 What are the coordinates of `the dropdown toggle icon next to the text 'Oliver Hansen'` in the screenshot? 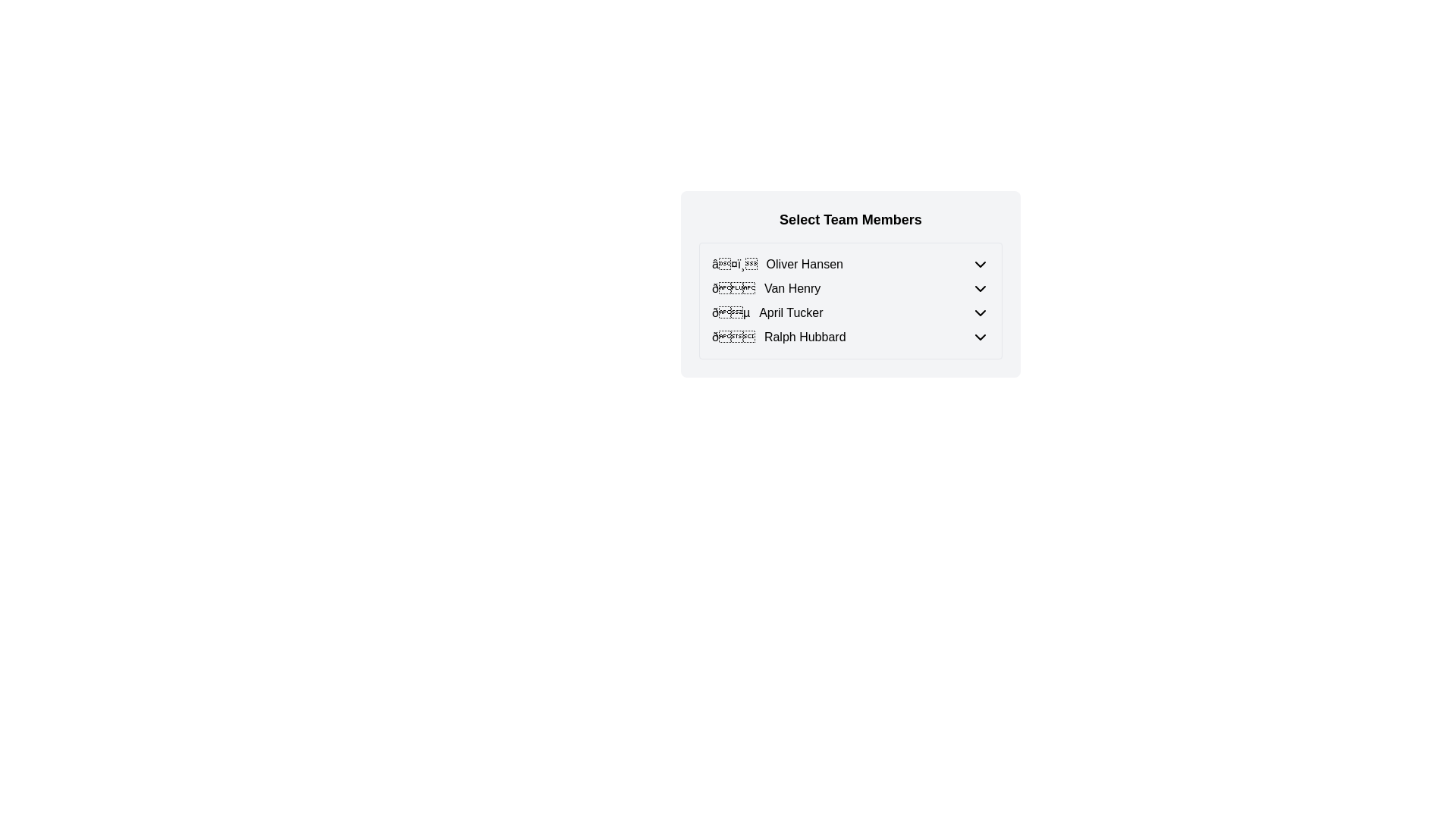 It's located at (980, 263).